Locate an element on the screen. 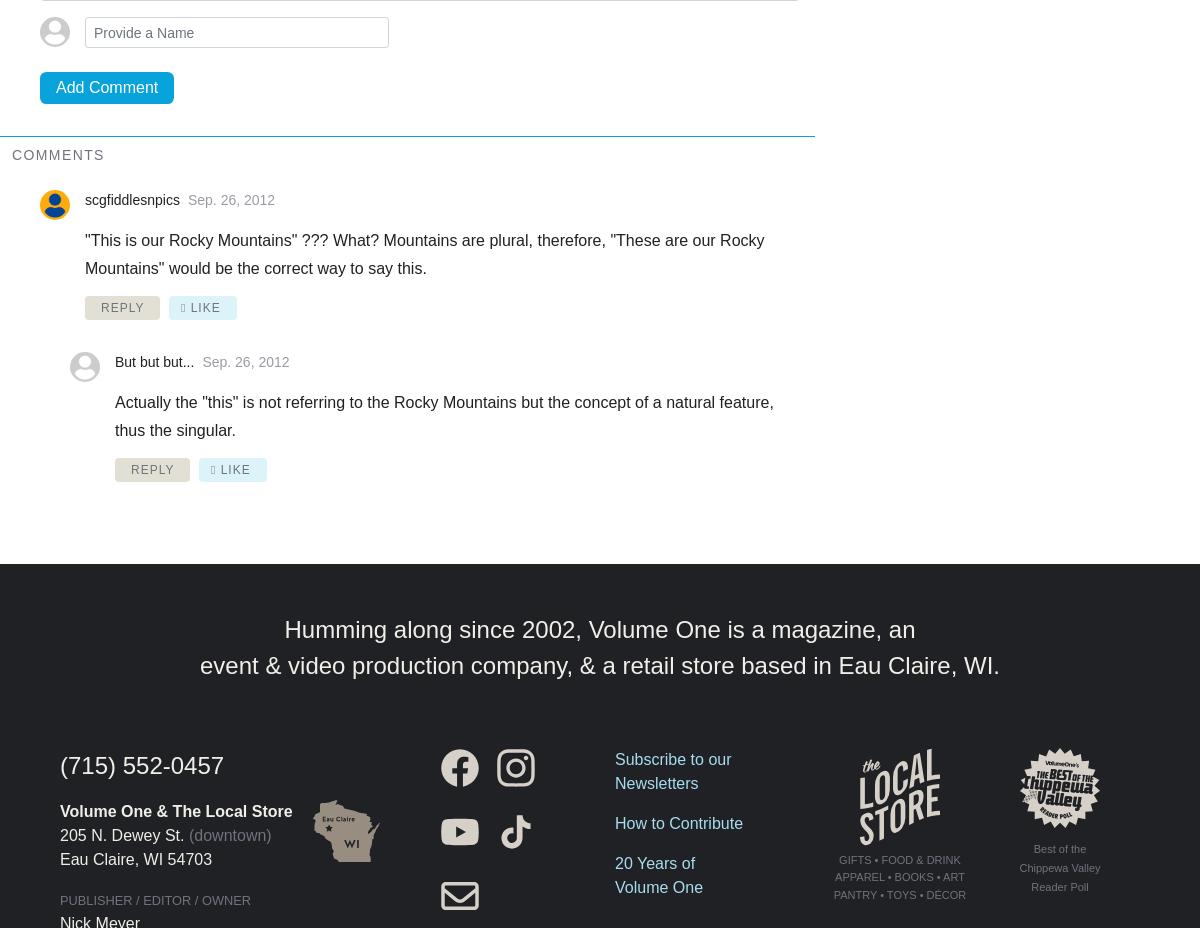  'Reader Poll' is located at coordinates (1058, 886).